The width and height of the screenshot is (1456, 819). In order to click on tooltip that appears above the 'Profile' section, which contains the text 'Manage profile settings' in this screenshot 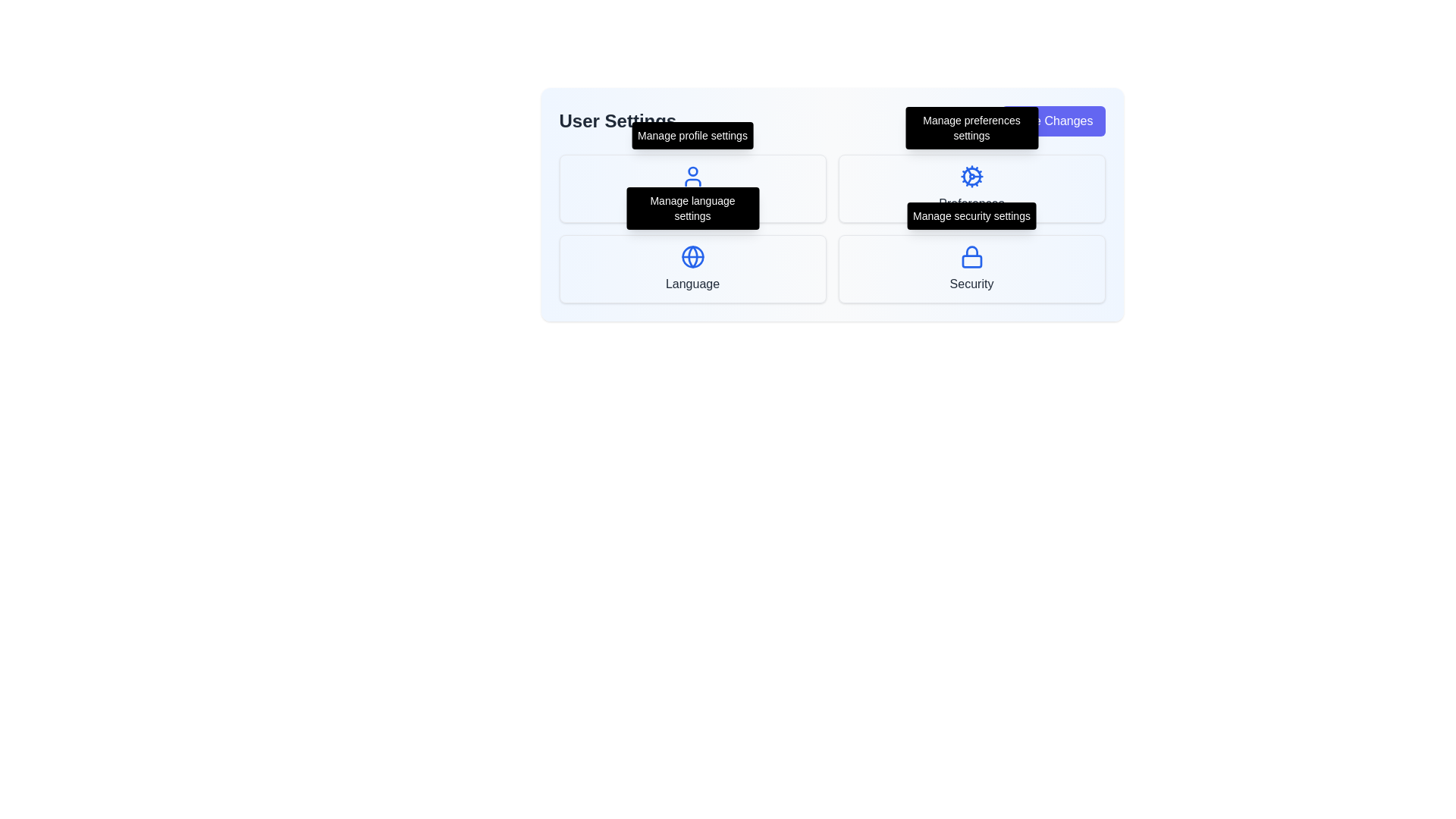, I will do `click(692, 134)`.